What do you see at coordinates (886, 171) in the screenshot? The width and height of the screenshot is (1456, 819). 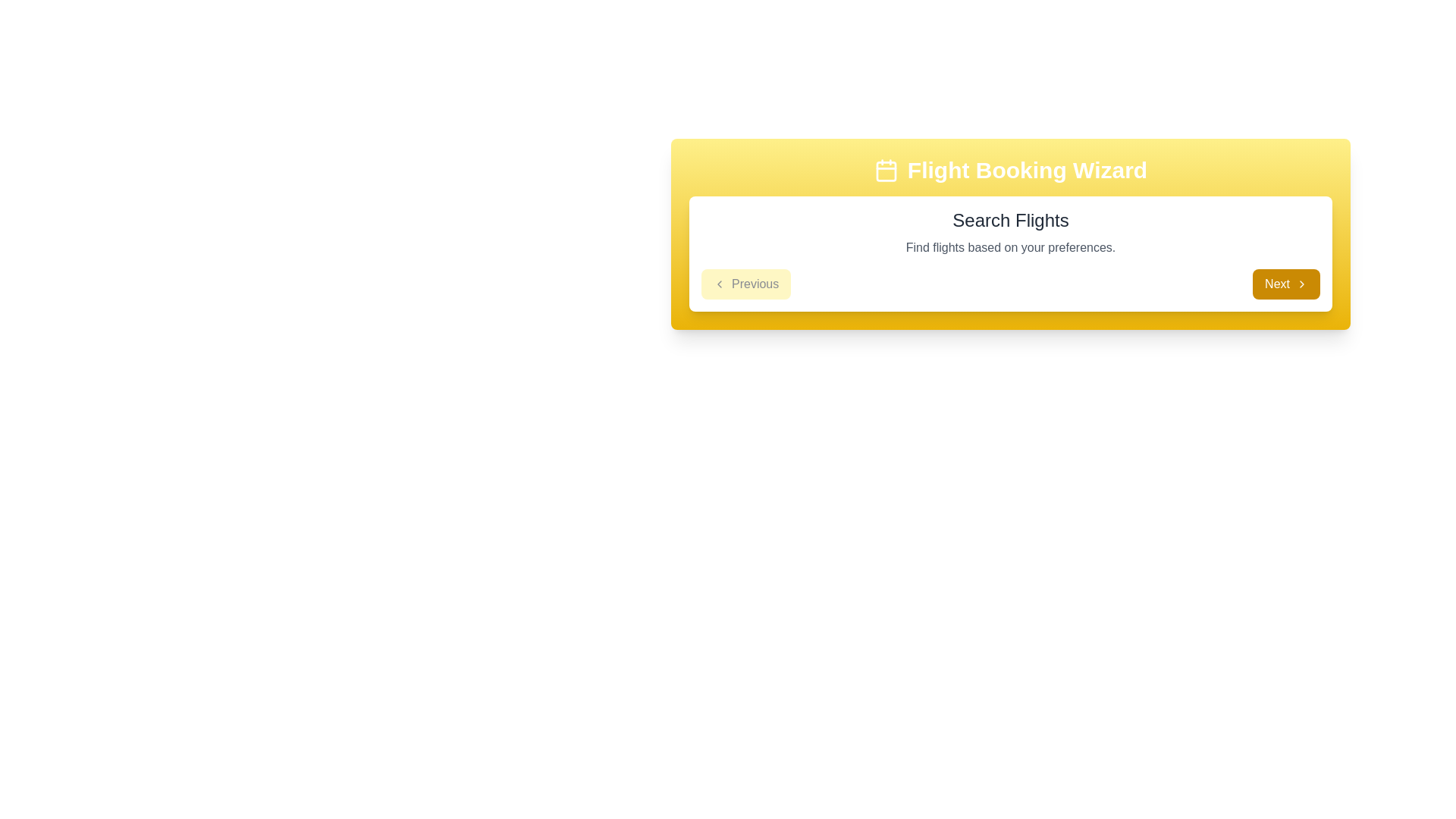 I see `the main body of the calendar icon located within the header section of the yellow panel titled 'Flight Booking Wizard'` at bounding box center [886, 171].